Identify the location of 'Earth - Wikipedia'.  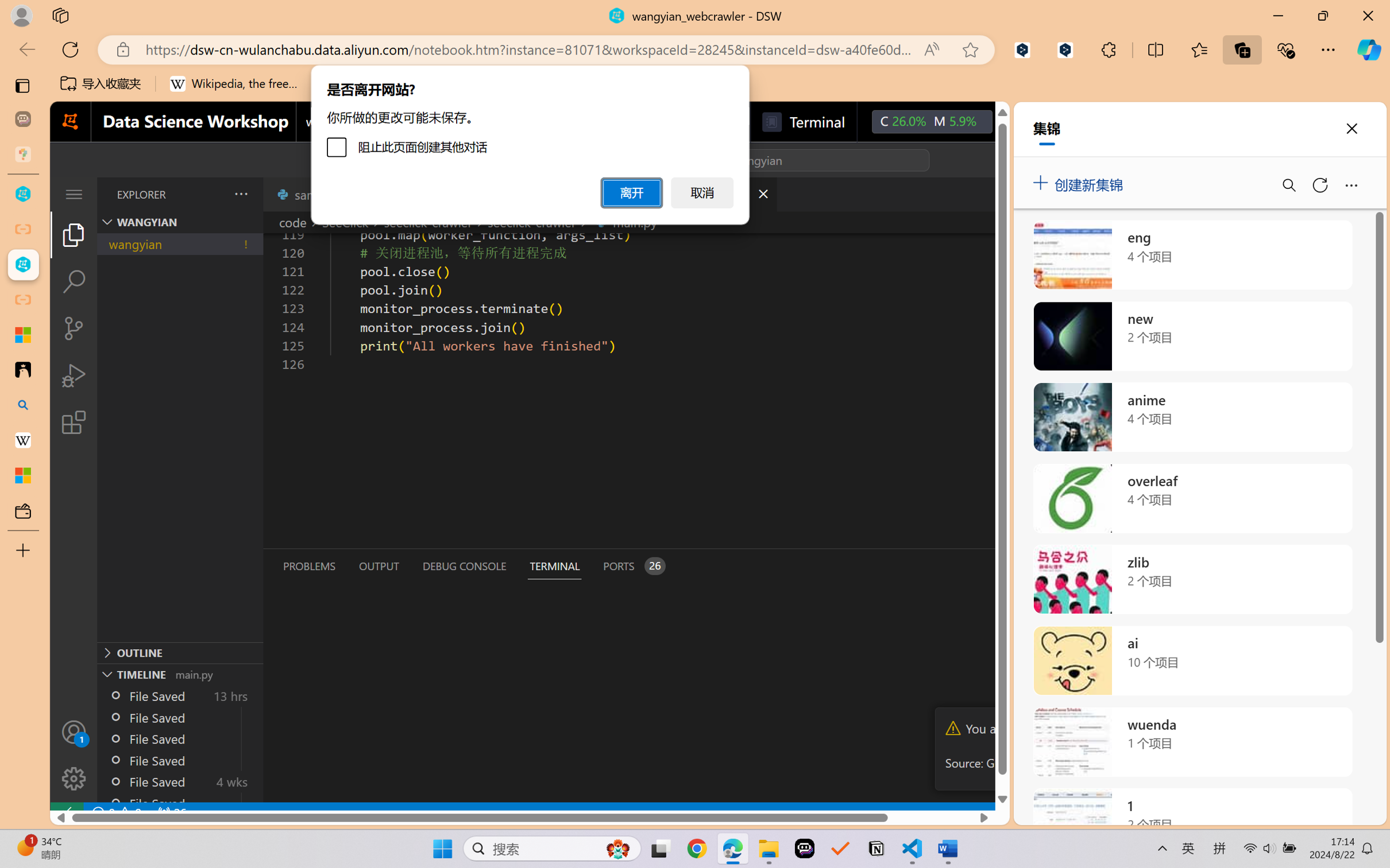
(22, 439).